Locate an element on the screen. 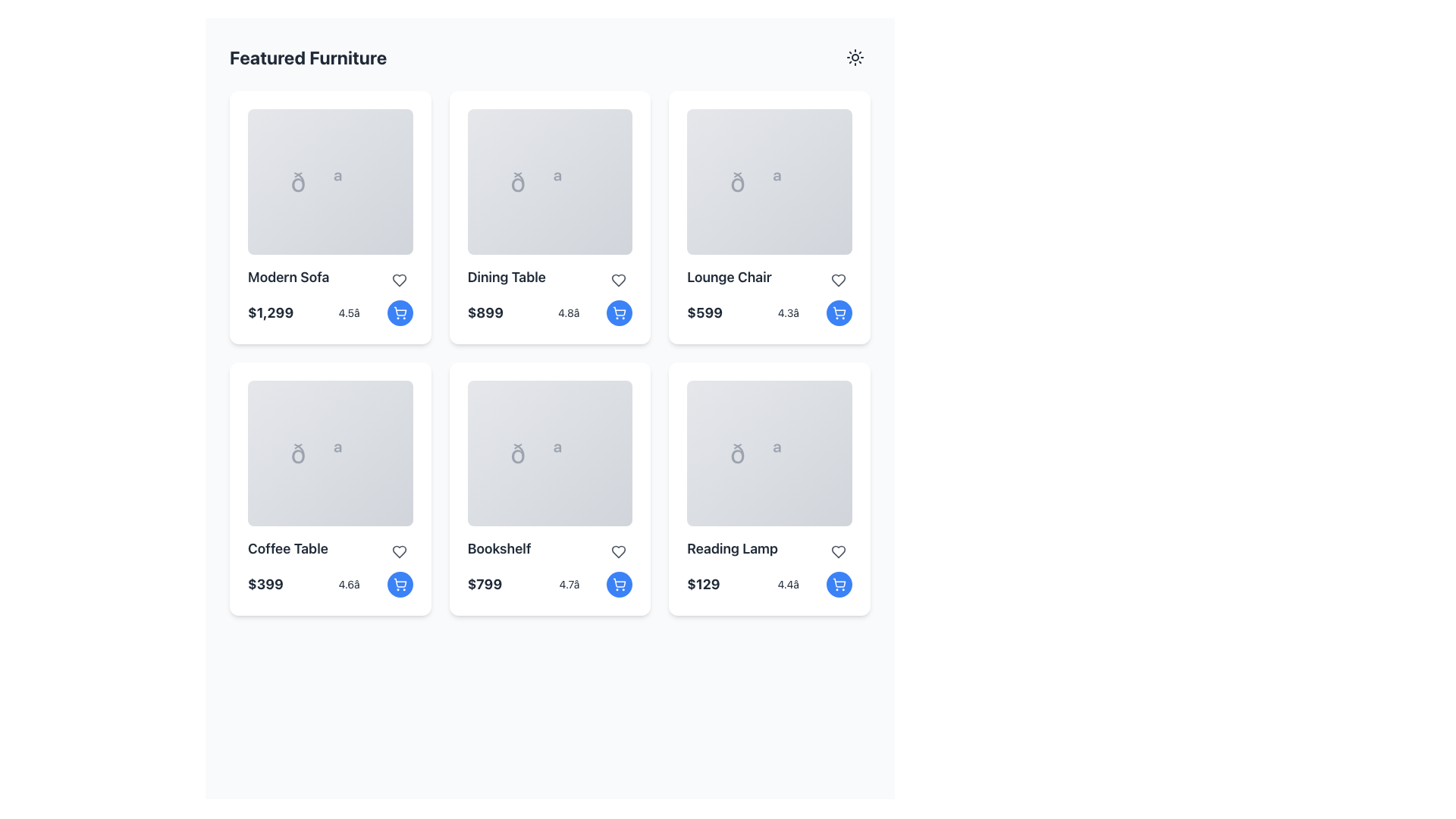 Image resolution: width=1456 pixels, height=819 pixels. the text 'Lounge Chair' and the heart icon in the third product card of the first row is located at coordinates (770, 281).